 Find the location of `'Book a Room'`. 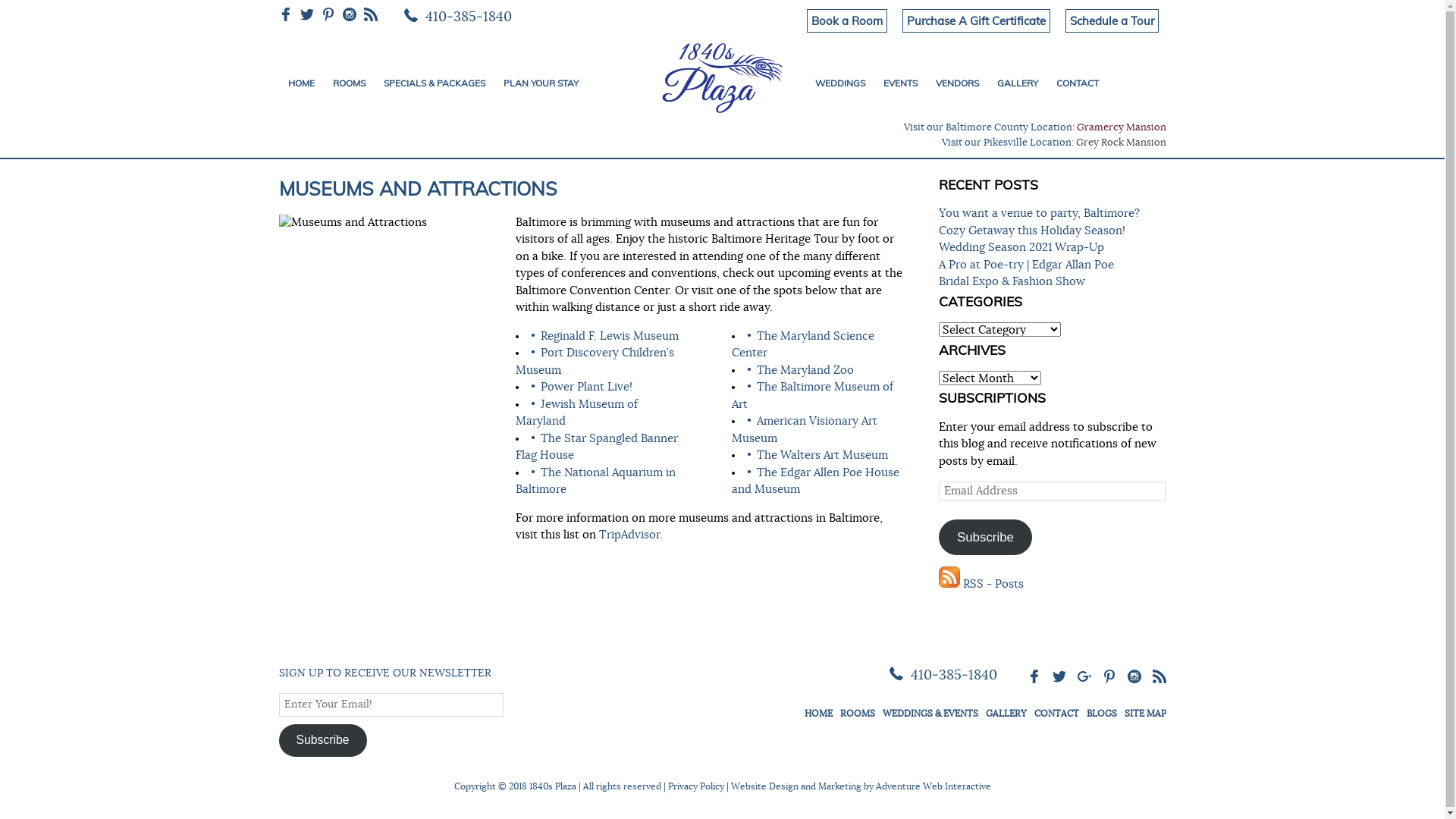

'Book a Room' is located at coordinates (846, 20).